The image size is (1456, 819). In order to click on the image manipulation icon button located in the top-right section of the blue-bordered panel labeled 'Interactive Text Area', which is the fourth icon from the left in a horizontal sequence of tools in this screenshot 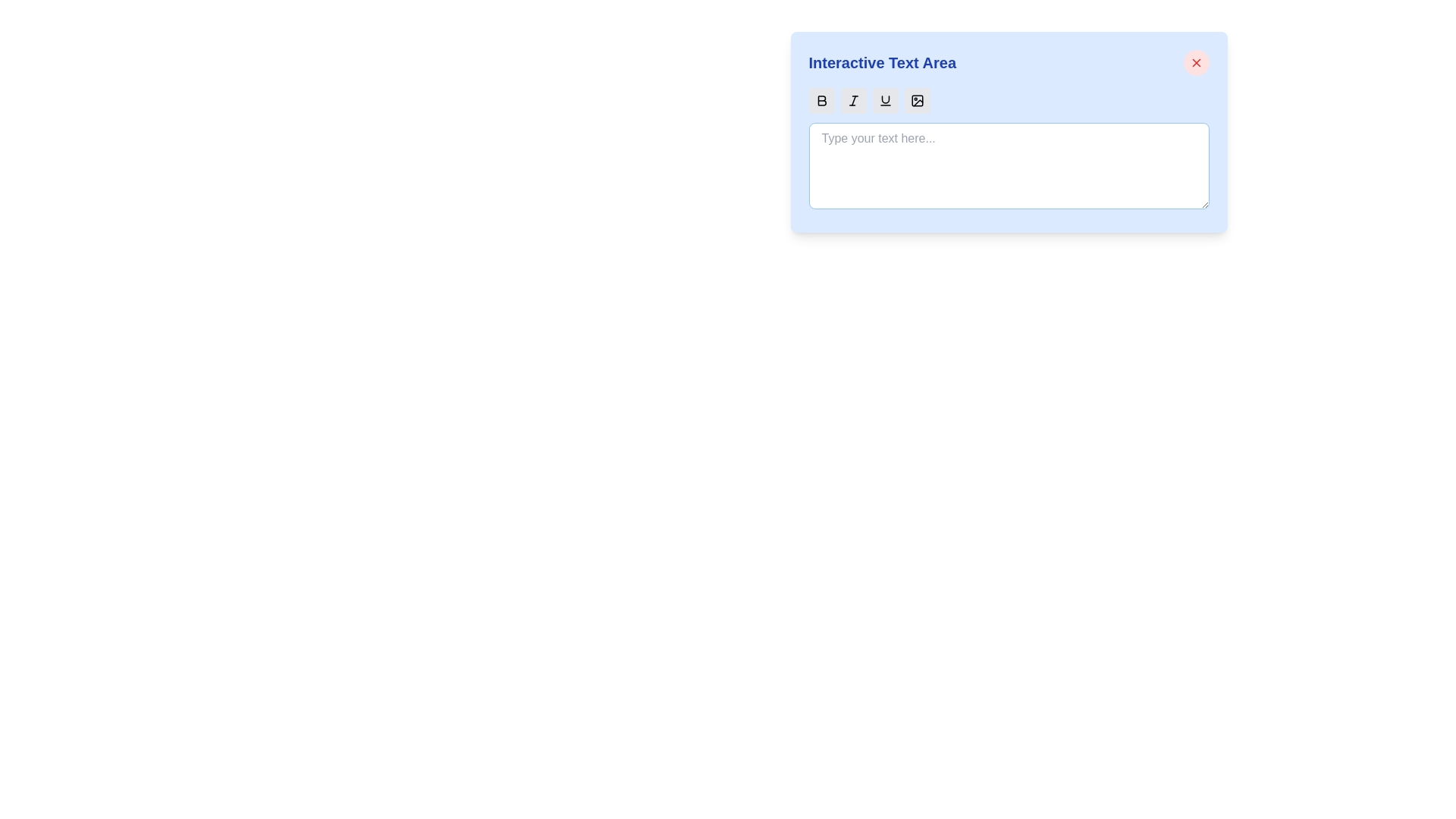, I will do `click(916, 100)`.